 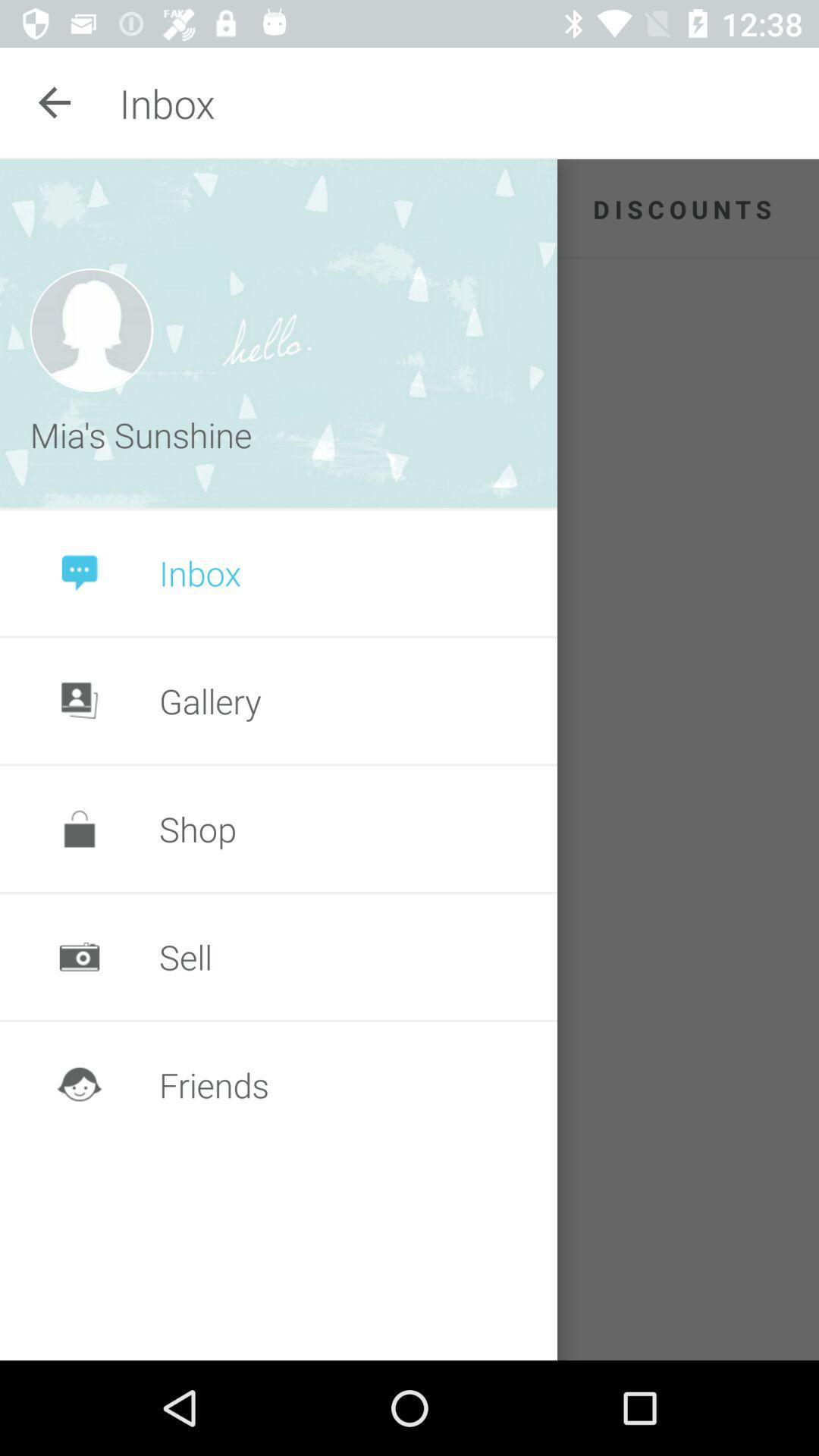 I want to click on the mia's sunshine  icon, so click(x=145, y=434).